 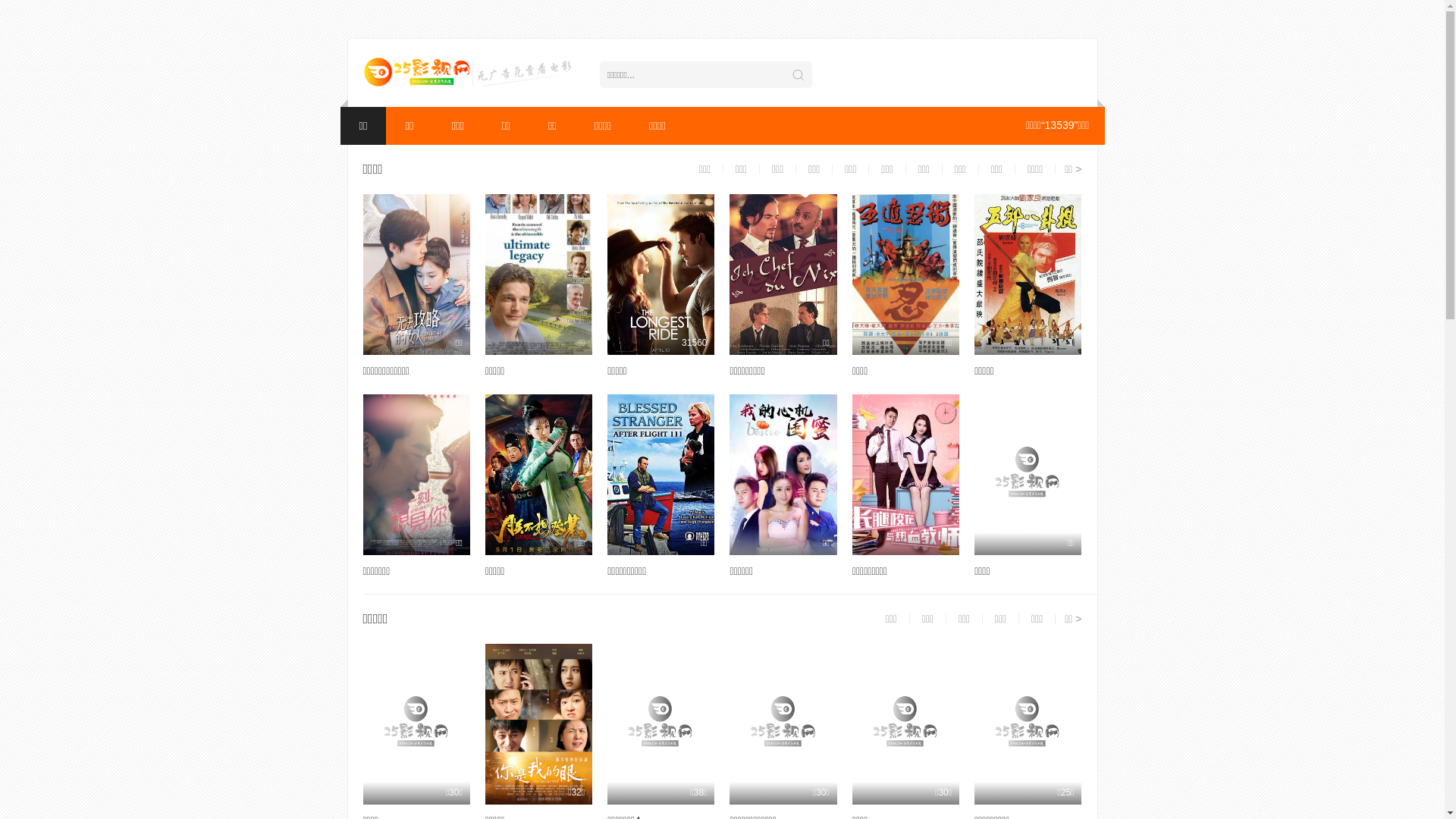 What do you see at coordinates (661, 275) in the screenshot?
I see `'31560'` at bounding box center [661, 275].